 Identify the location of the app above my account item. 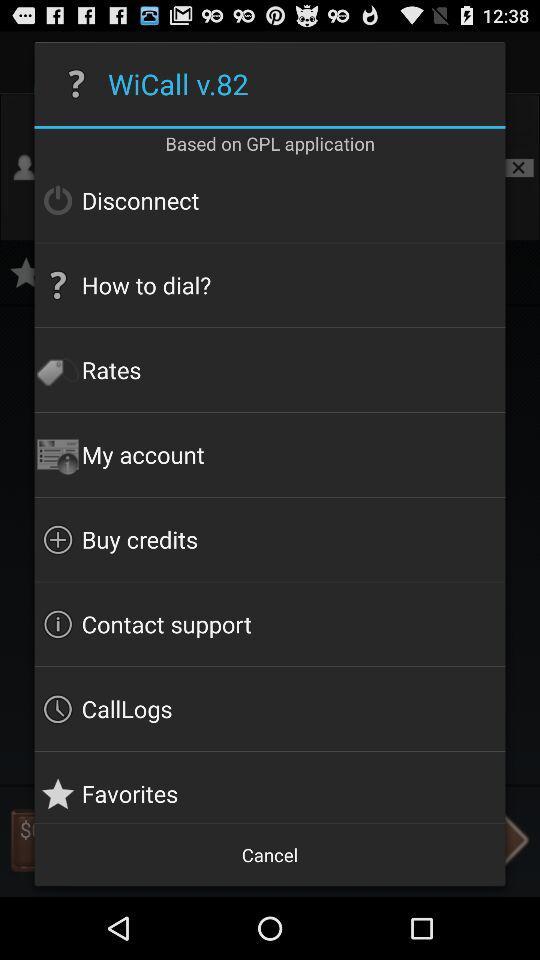
(270, 369).